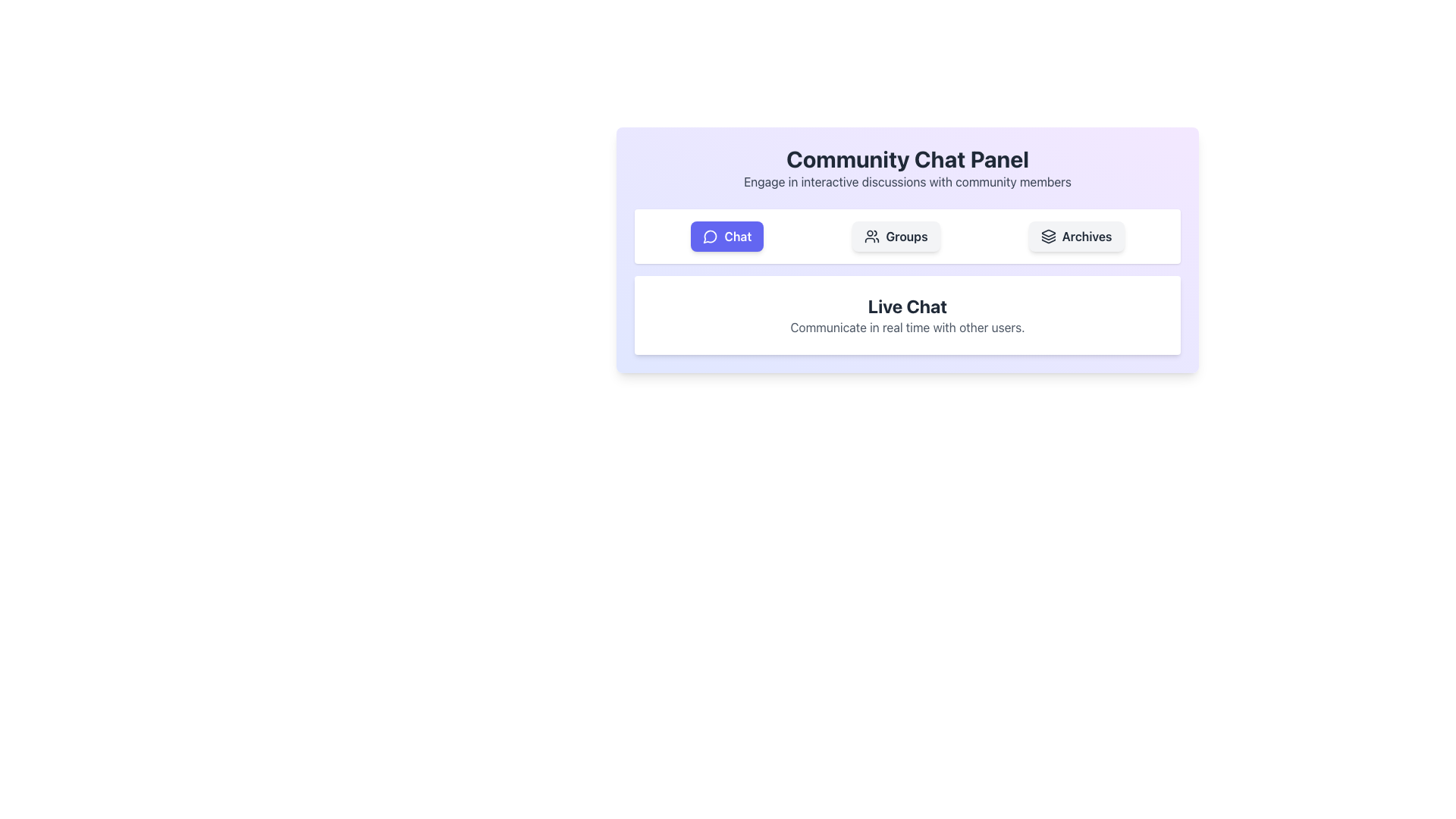 This screenshot has width=1456, height=819. Describe the element at coordinates (907, 306) in the screenshot. I see `the text label or section header that indicates the functionality of the live chat feature, located above the descriptive text 'Communicate in real time with other users.'` at that location.